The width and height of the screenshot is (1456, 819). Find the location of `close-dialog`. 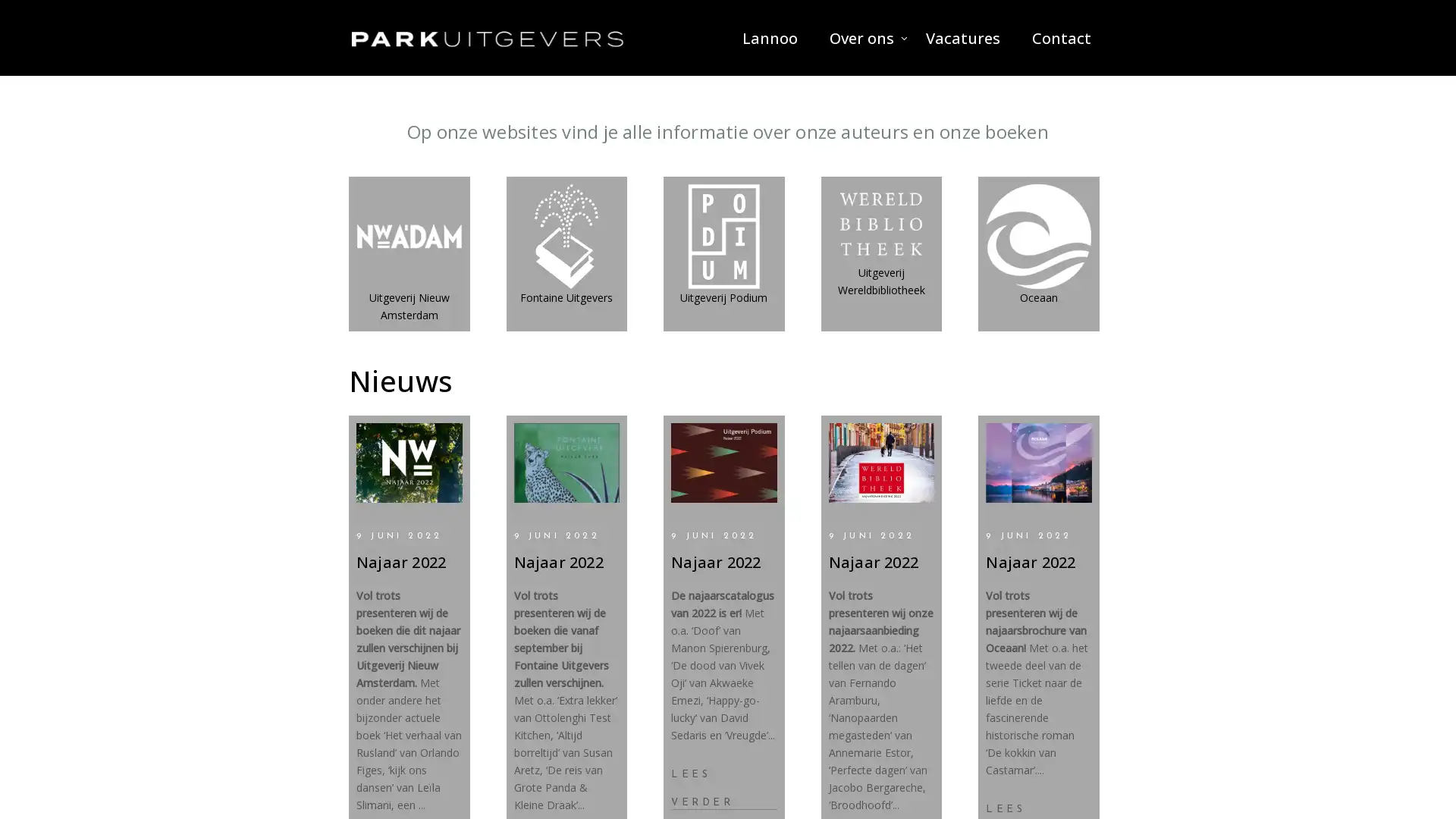

close-dialog is located at coordinates (907, 326).